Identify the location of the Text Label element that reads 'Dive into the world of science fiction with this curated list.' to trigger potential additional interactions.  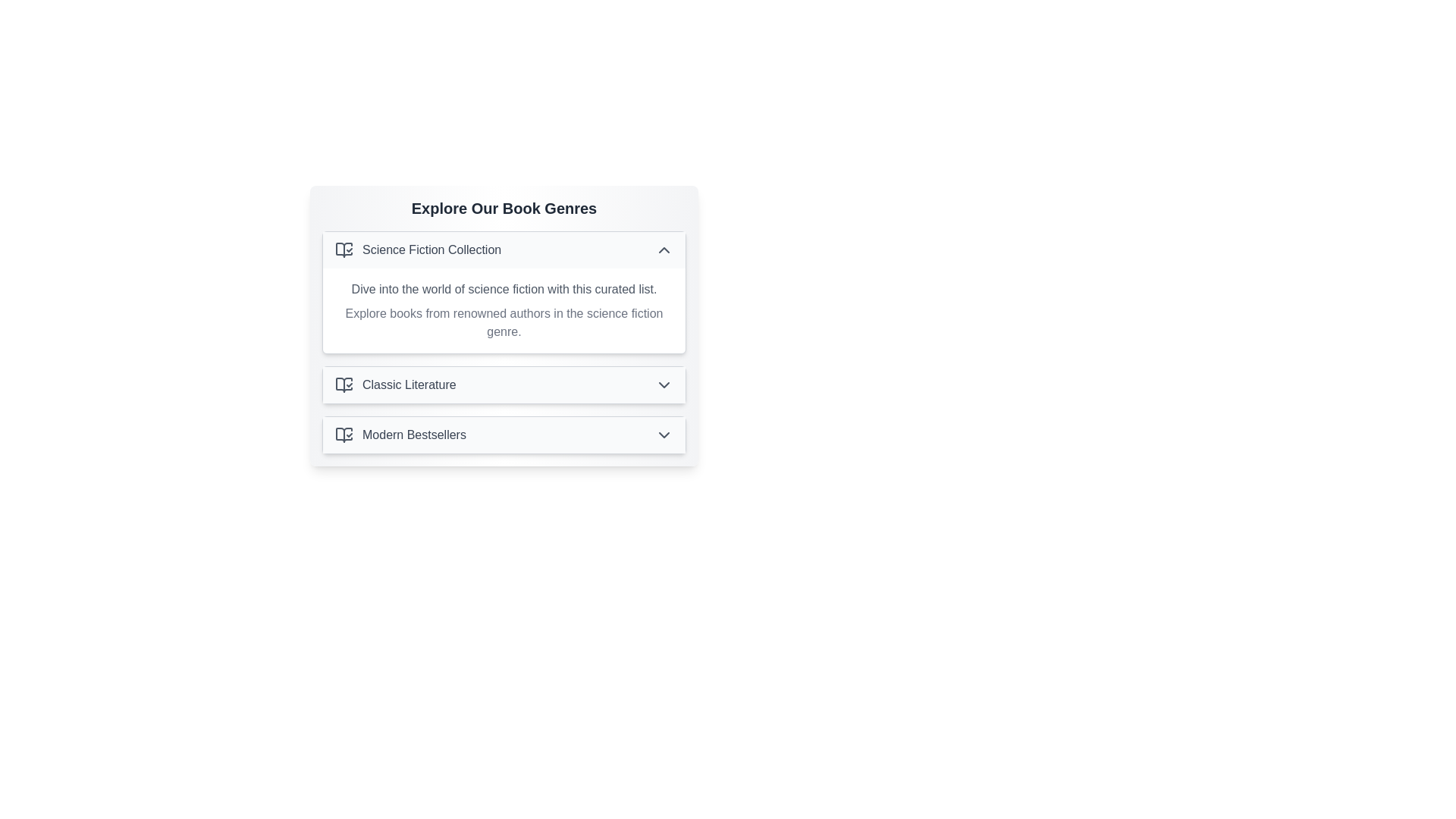
(504, 289).